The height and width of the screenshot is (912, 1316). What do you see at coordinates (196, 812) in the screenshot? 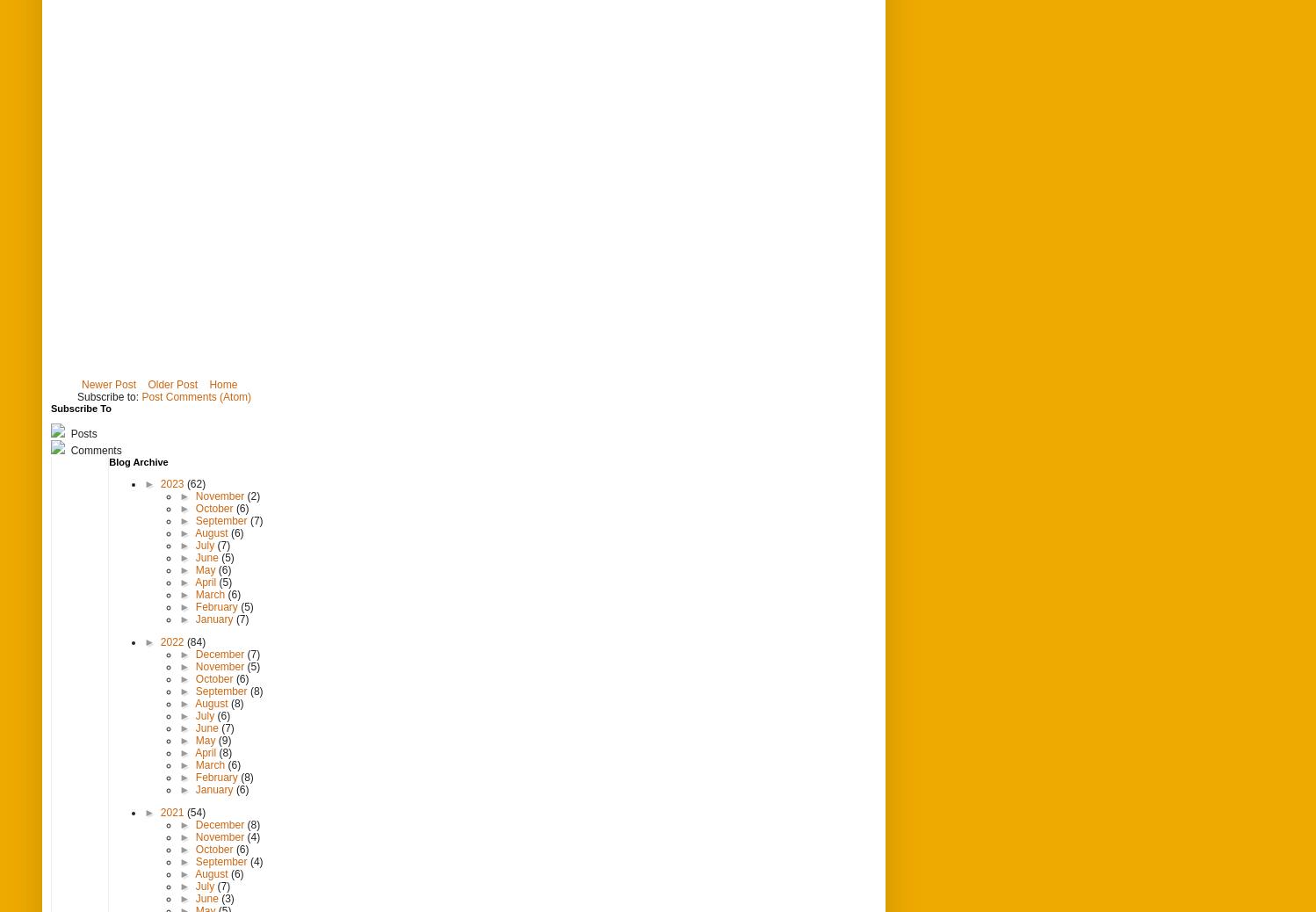
I see `'(54)'` at bounding box center [196, 812].